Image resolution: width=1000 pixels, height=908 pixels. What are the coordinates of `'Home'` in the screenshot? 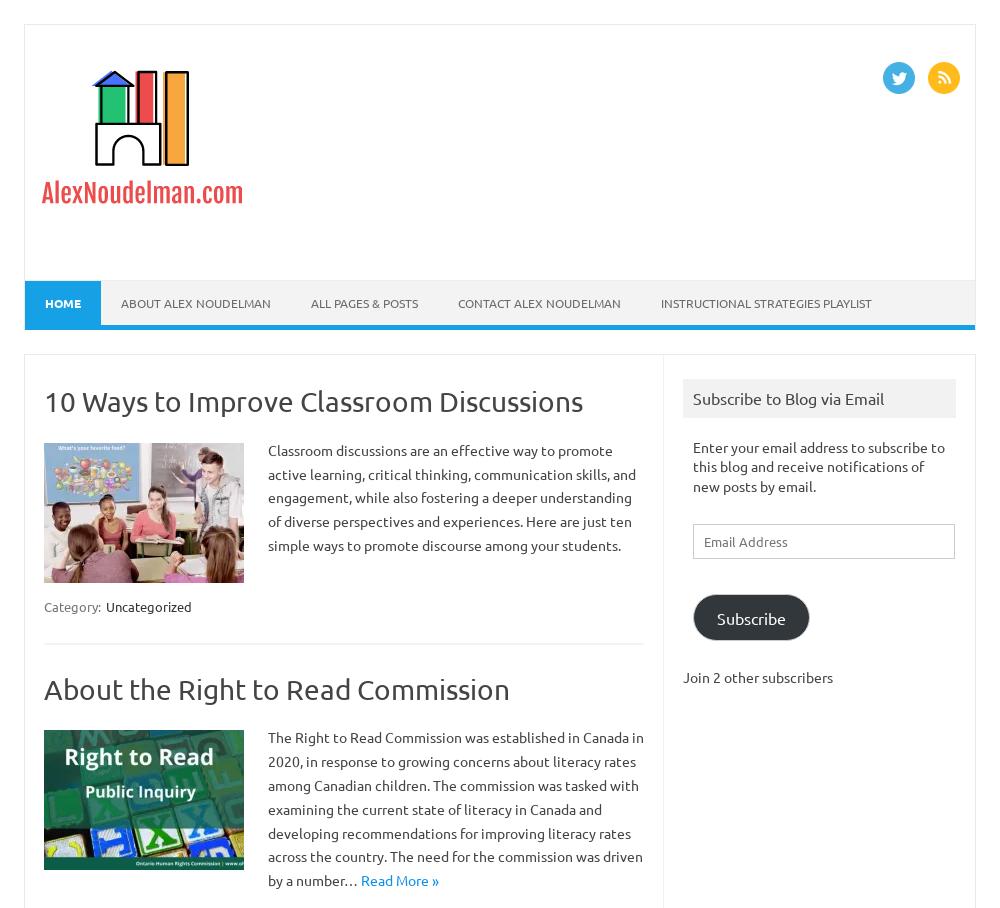 It's located at (45, 302).